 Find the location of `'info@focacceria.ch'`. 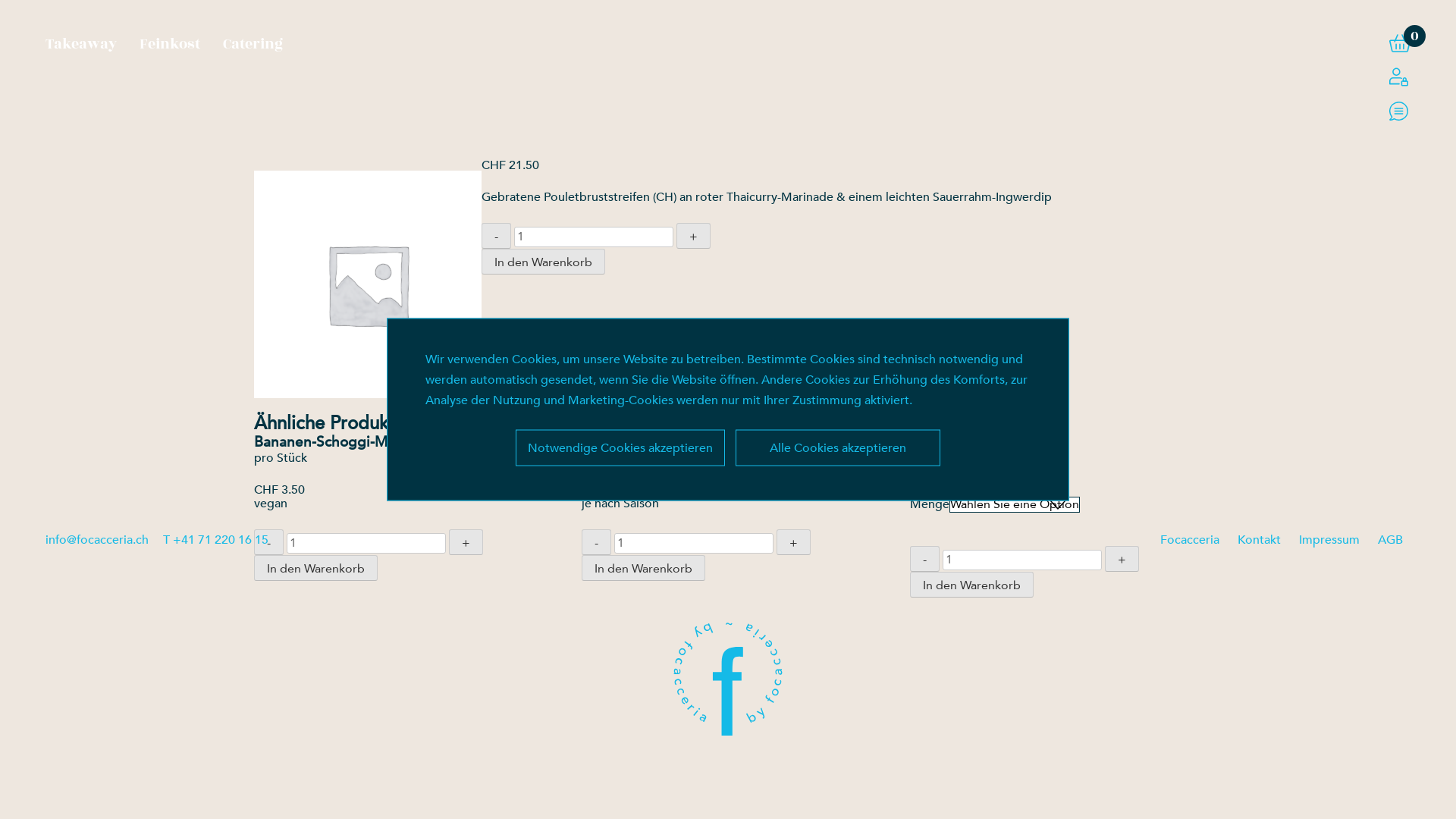

'info@focacceria.ch' is located at coordinates (45, 539).